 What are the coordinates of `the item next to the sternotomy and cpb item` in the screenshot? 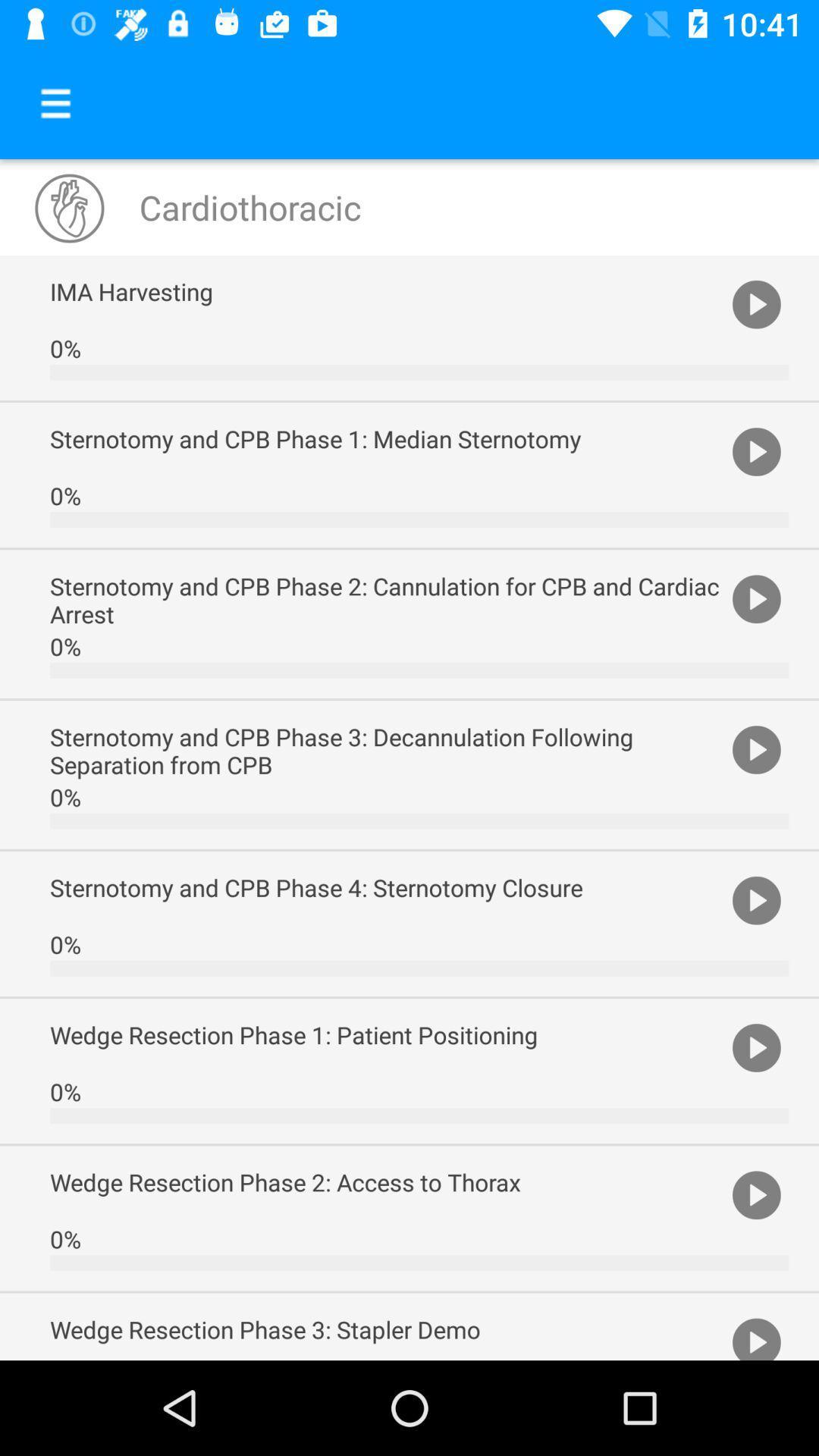 It's located at (756, 748).